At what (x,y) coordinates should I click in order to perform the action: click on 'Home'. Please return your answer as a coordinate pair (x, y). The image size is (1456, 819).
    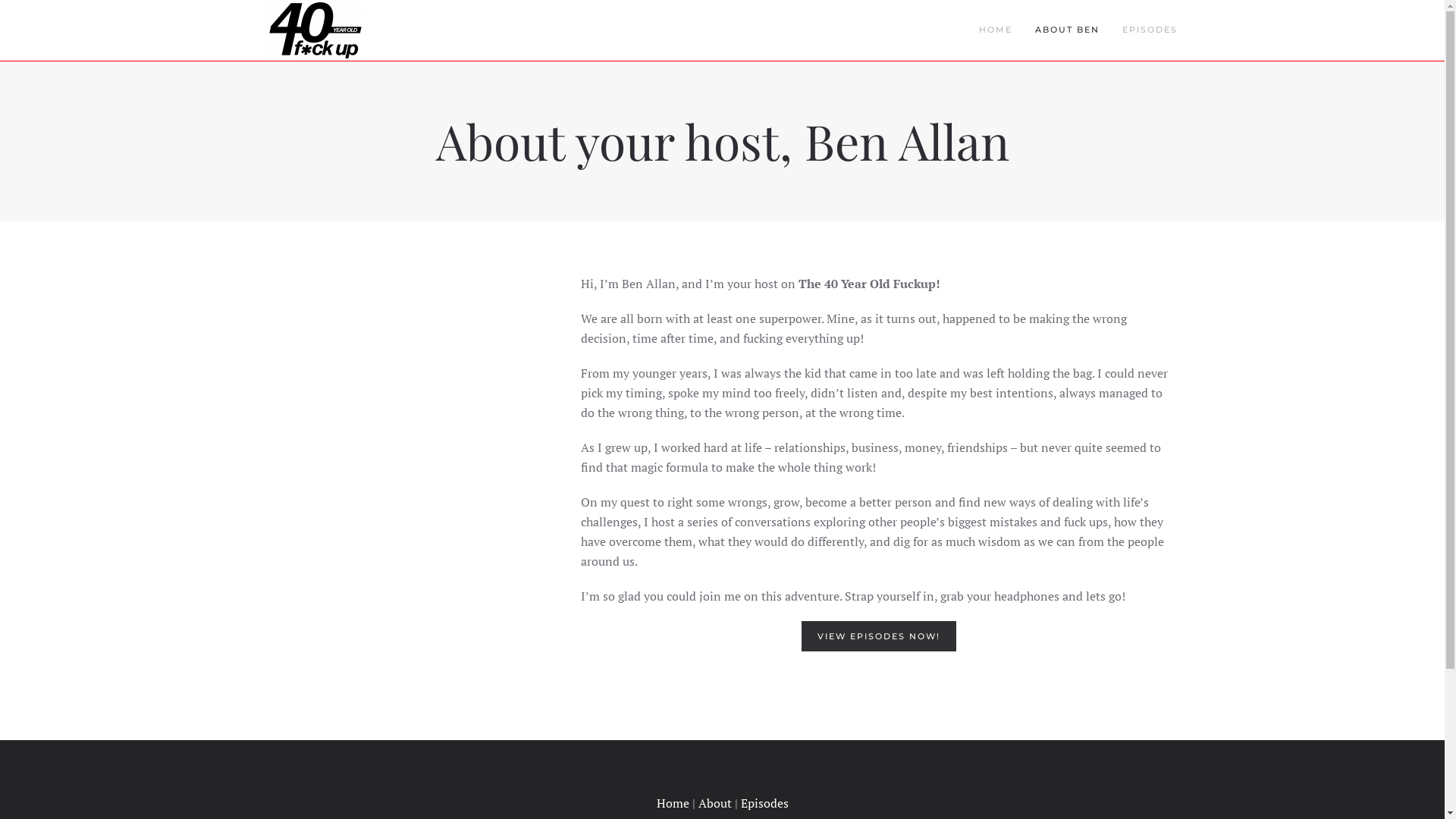
    Looking at the image, I should click on (672, 802).